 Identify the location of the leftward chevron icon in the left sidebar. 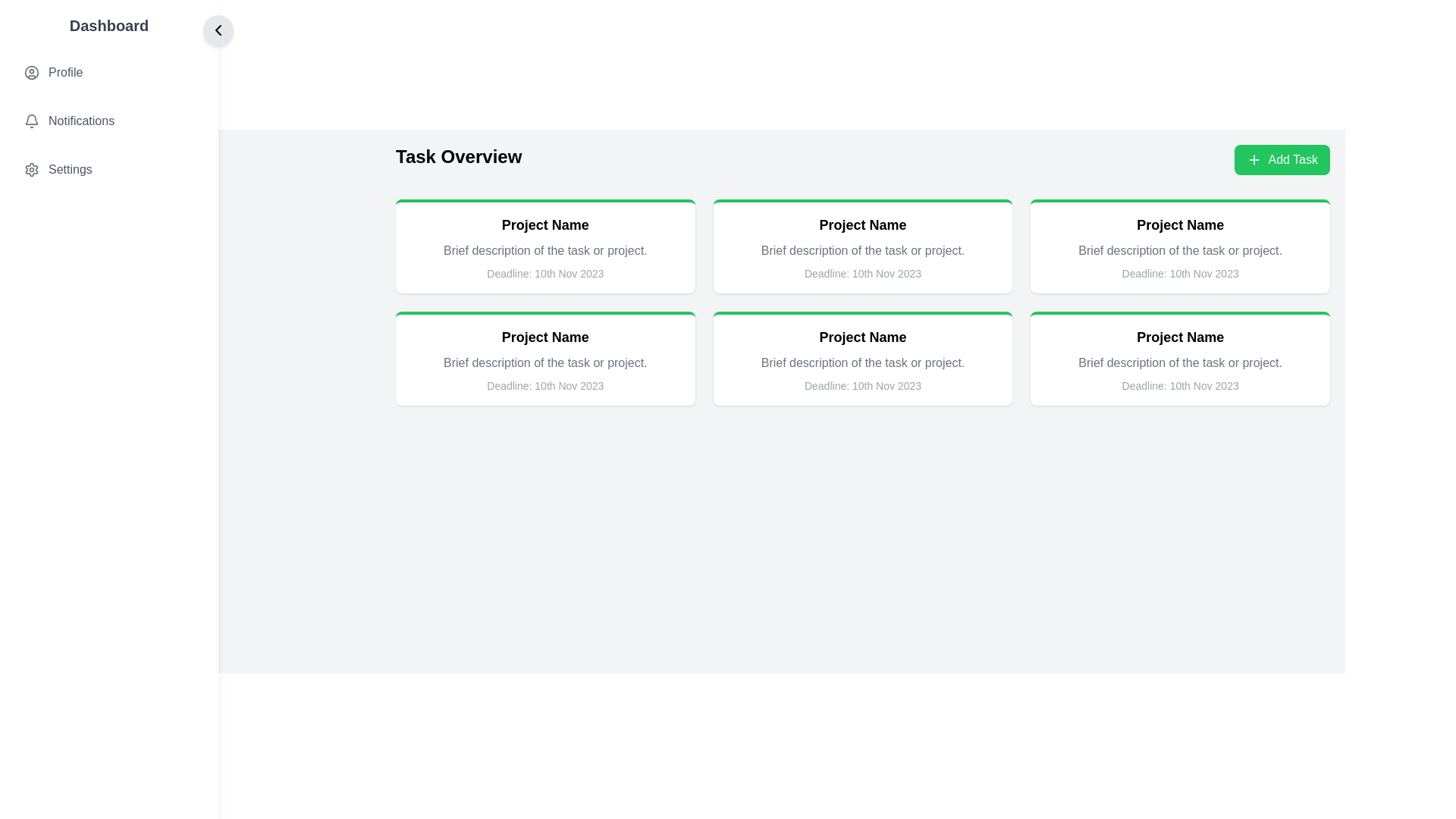
(218, 30).